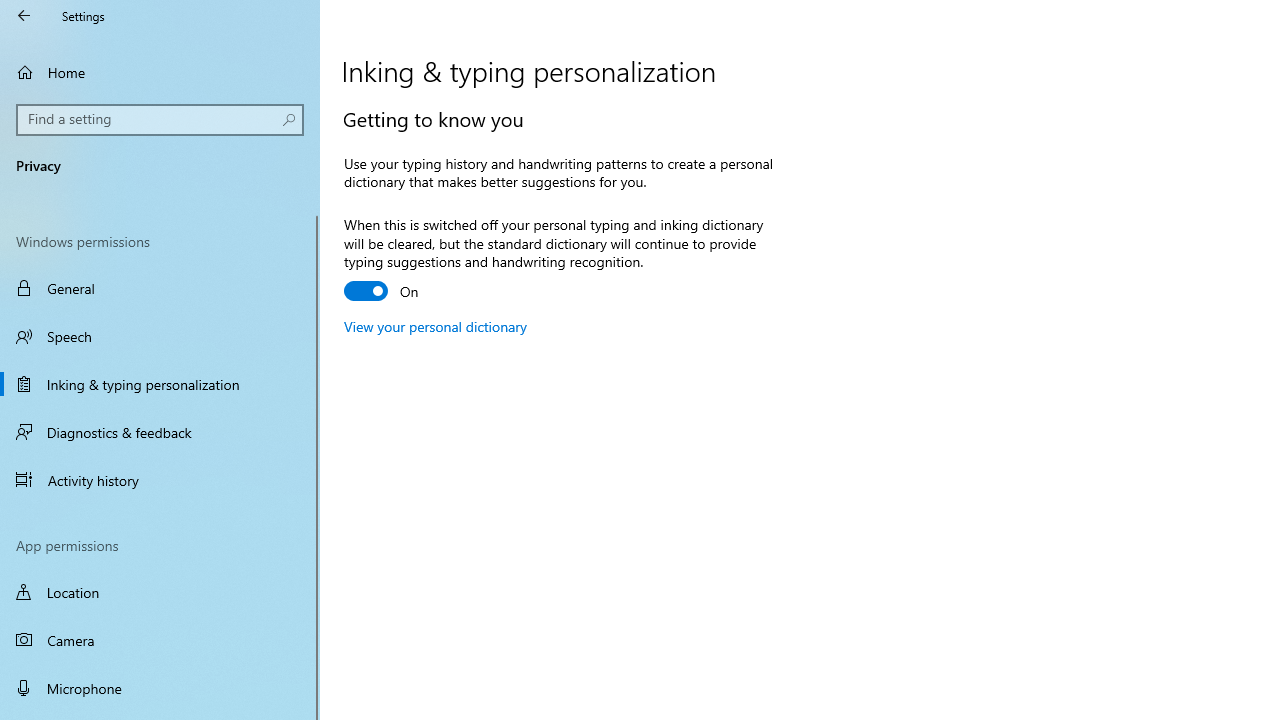 Image resolution: width=1280 pixels, height=720 pixels. What do you see at coordinates (160, 288) in the screenshot?
I see `'General'` at bounding box center [160, 288].